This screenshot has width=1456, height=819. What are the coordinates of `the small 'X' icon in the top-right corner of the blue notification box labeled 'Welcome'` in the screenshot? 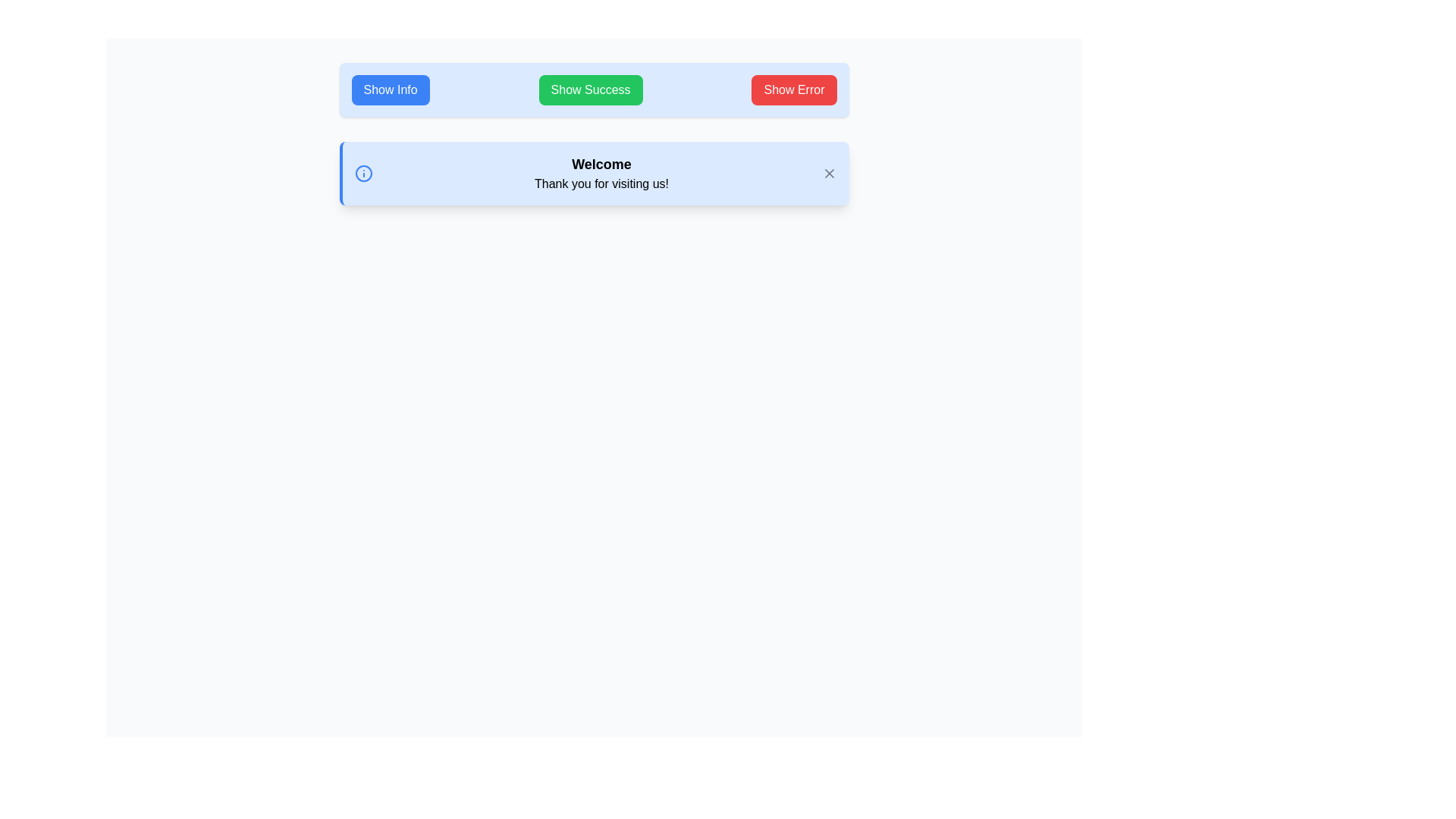 It's located at (828, 172).